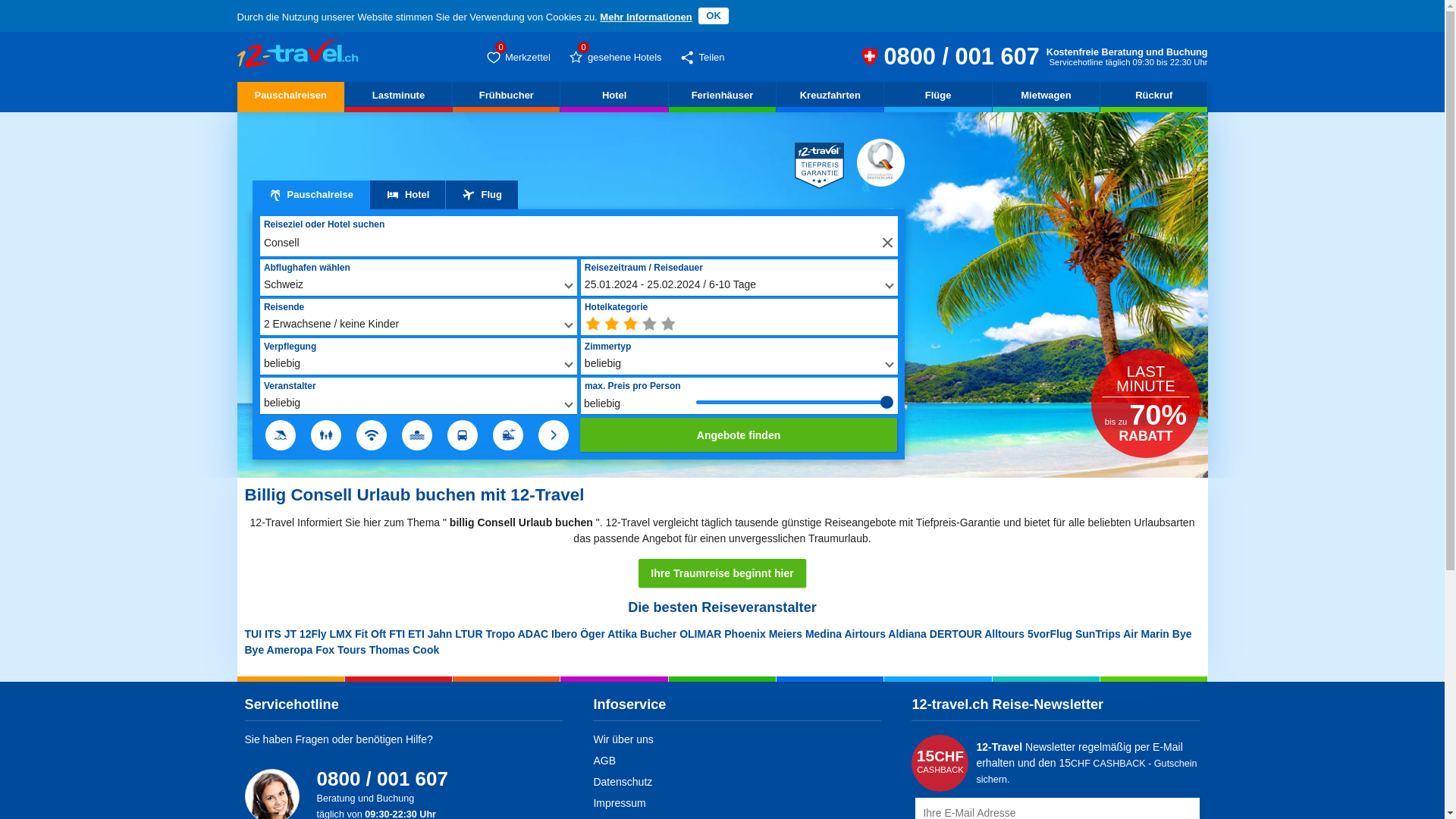 The width and height of the screenshot is (1456, 819). Describe the element at coordinates (407, 194) in the screenshot. I see `'Hotel'` at that location.